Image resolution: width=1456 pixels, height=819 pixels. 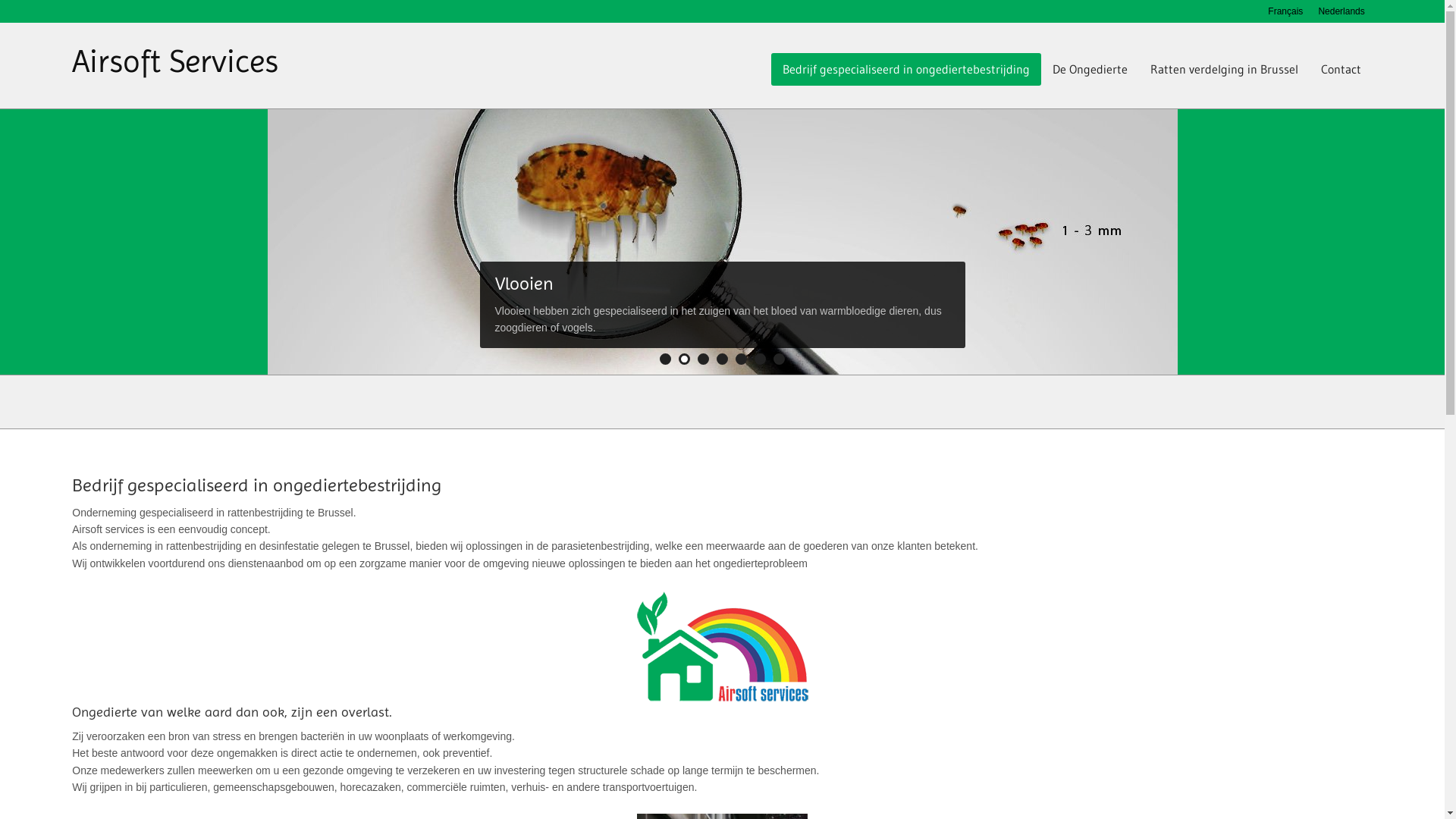 What do you see at coordinates (1341, 69) in the screenshot?
I see `'Contact'` at bounding box center [1341, 69].